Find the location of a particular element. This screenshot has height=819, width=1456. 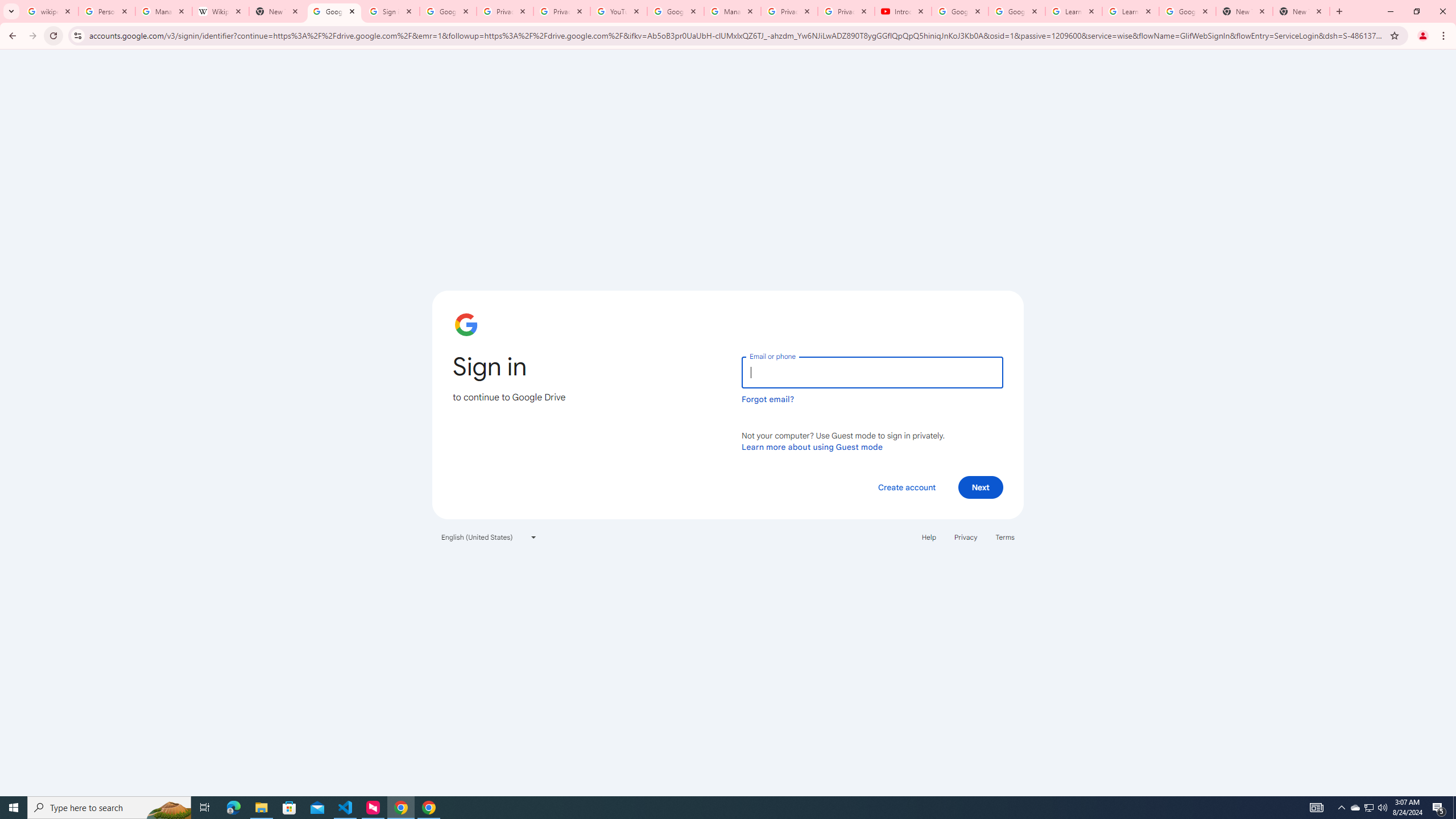

'Learn more about using Guest mode' is located at coordinates (812, 446).